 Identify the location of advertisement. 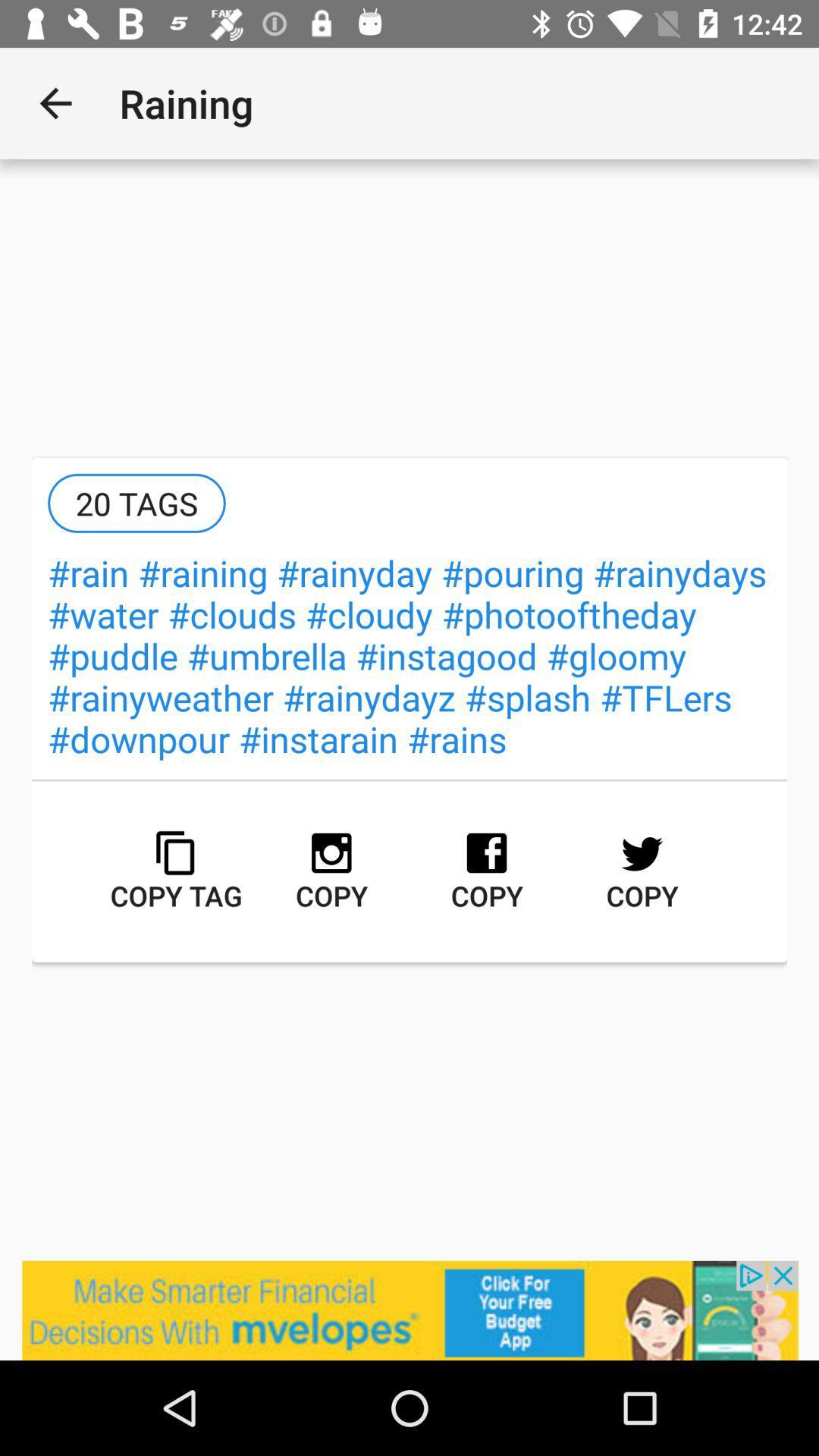
(409, 1310).